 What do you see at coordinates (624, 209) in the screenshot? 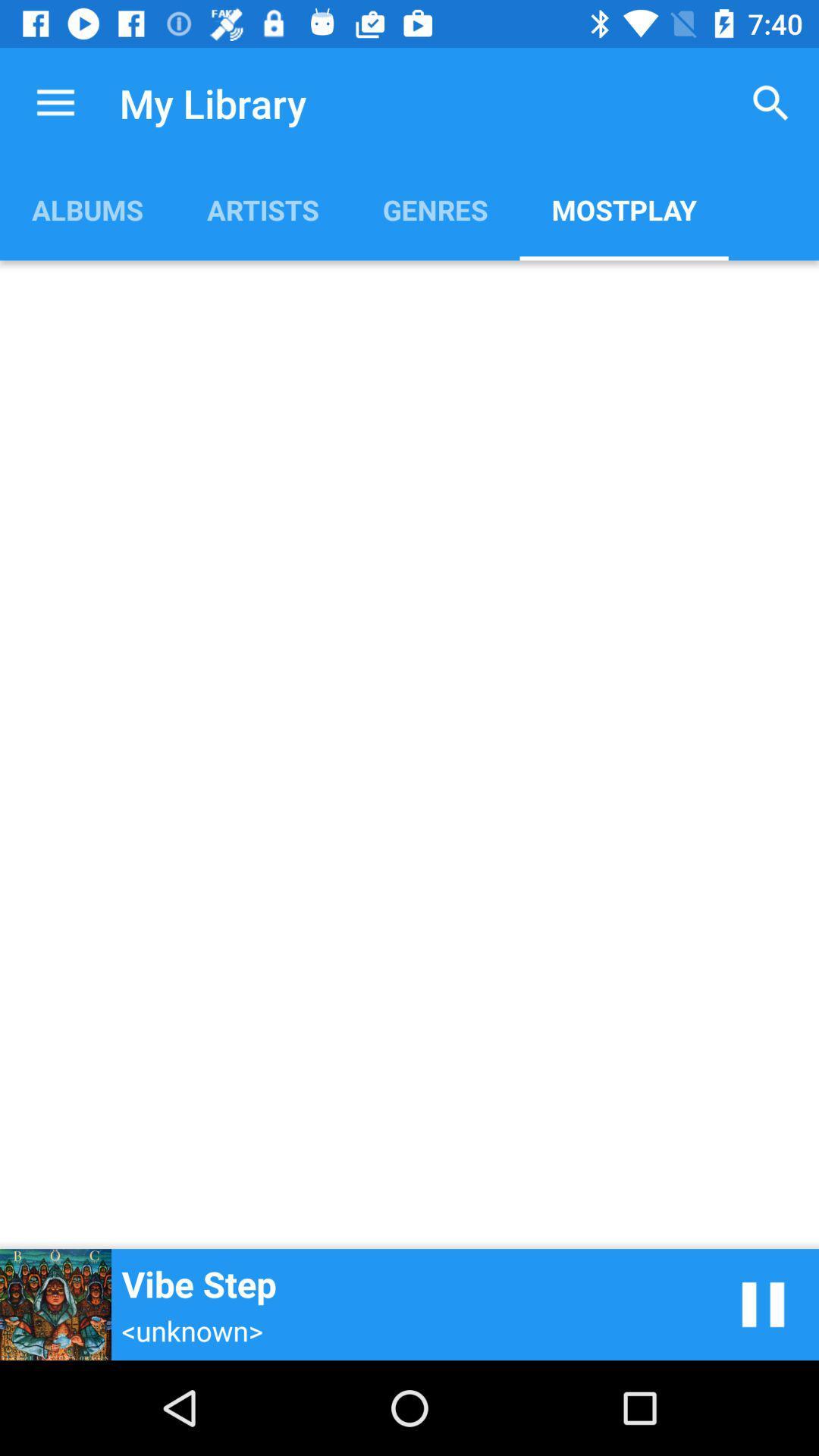
I see `the app to the right of genres icon` at bounding box center [624, 209].